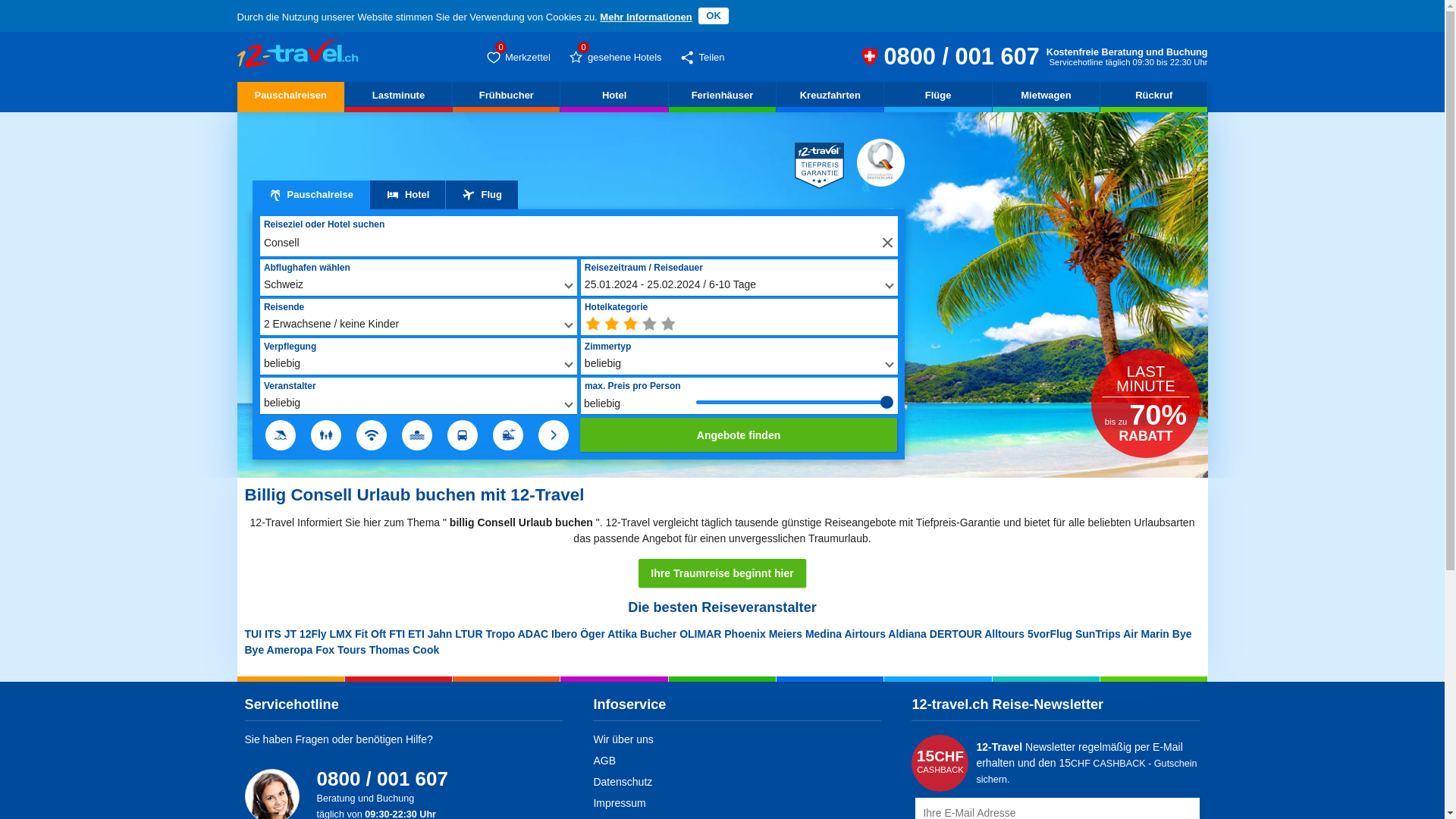  What do you see at coordinates (745, 634) in the screenshot?
I see `'Phoenix'` at bounding box center [745, 634].